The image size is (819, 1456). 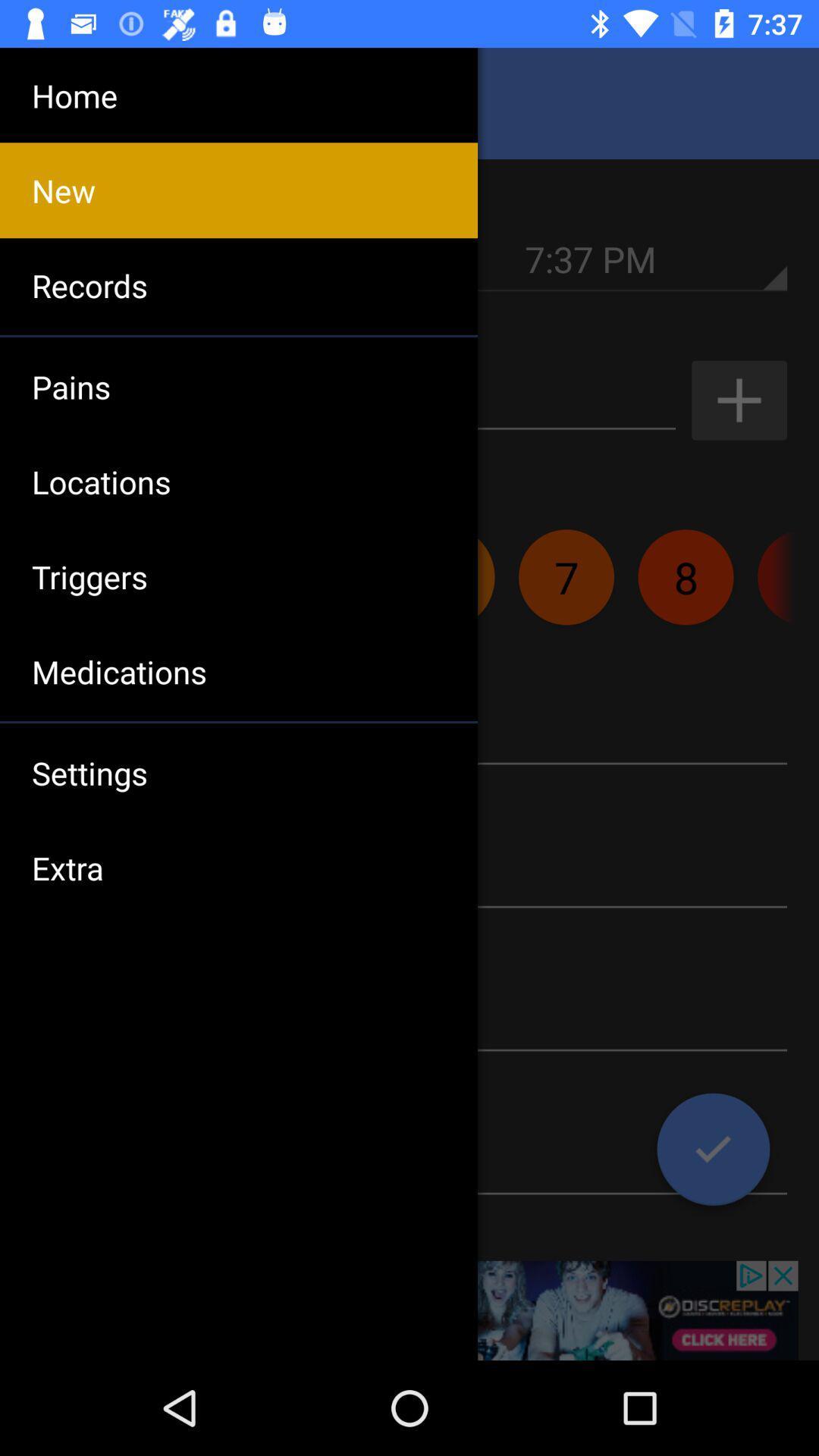 I want to click on the add icon, so click(x=739, y=400).